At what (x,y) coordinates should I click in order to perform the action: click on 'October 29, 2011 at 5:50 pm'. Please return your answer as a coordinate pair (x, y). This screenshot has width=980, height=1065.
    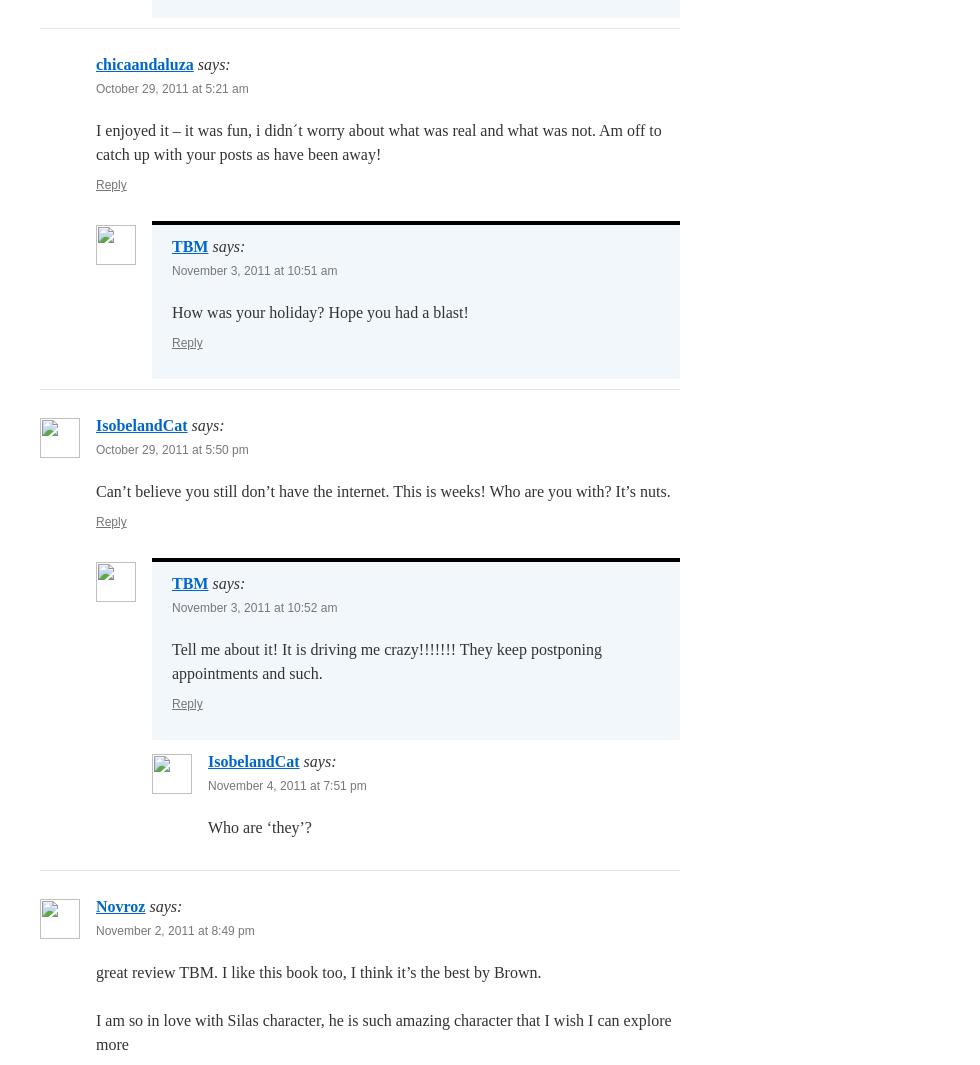
    Looking at the image, I should click on (96, 448).